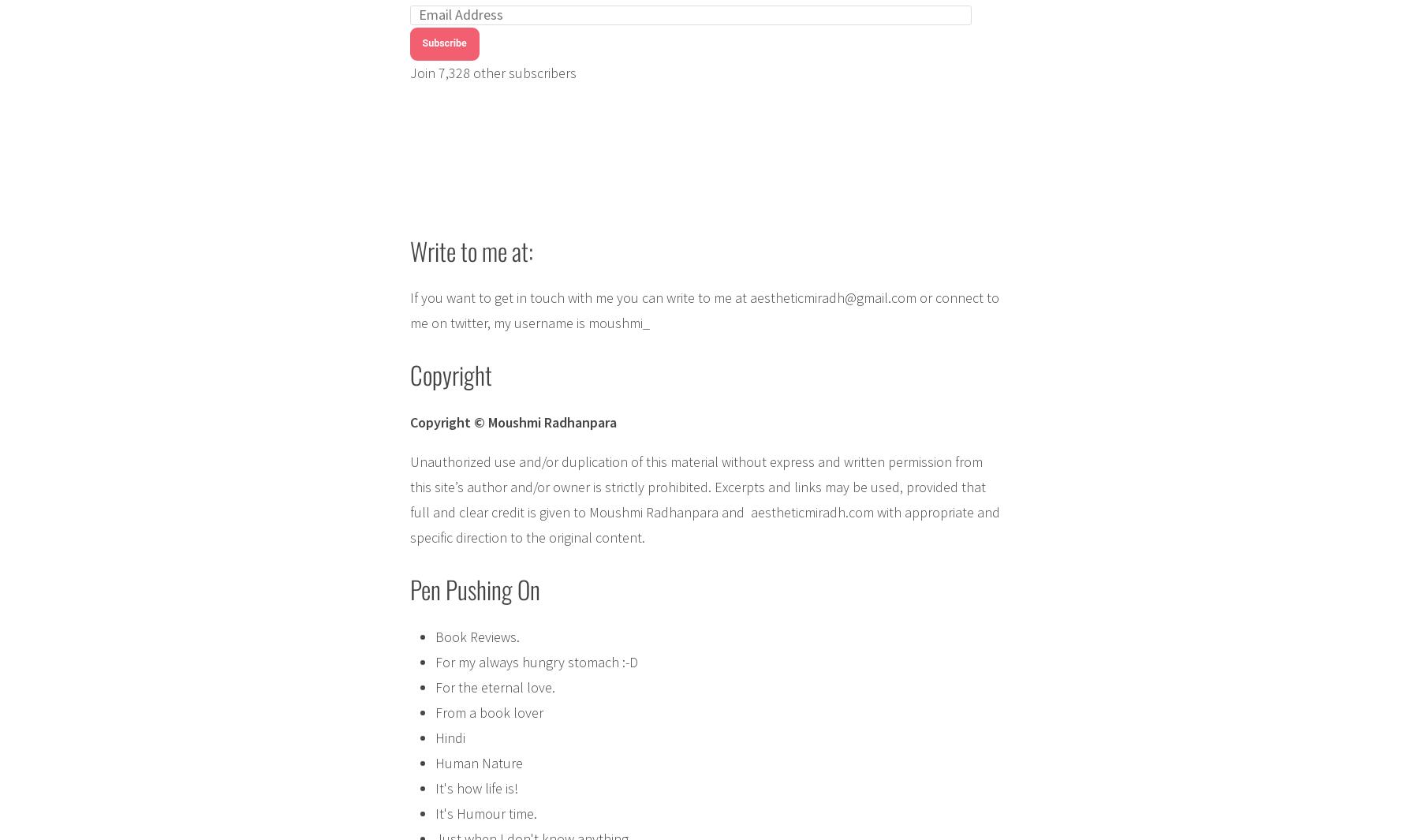  What do you see at coordinates (408, 373) in the screenshot?
I see `'Copyright'` at bounding box center [408, 373].